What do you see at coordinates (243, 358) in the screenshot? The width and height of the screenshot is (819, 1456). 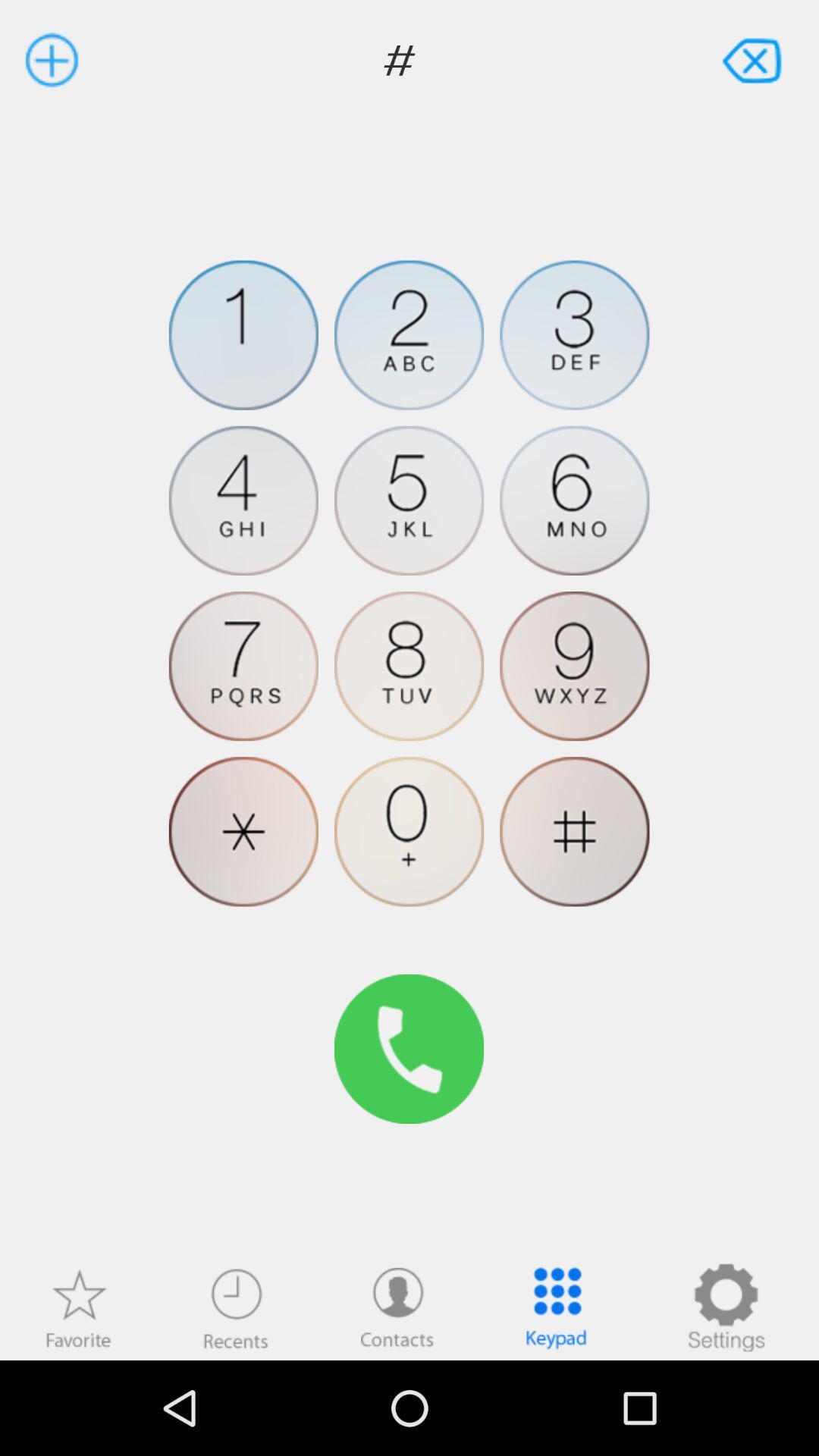 I see `the avatar icon` at bounding box center [243, 358].